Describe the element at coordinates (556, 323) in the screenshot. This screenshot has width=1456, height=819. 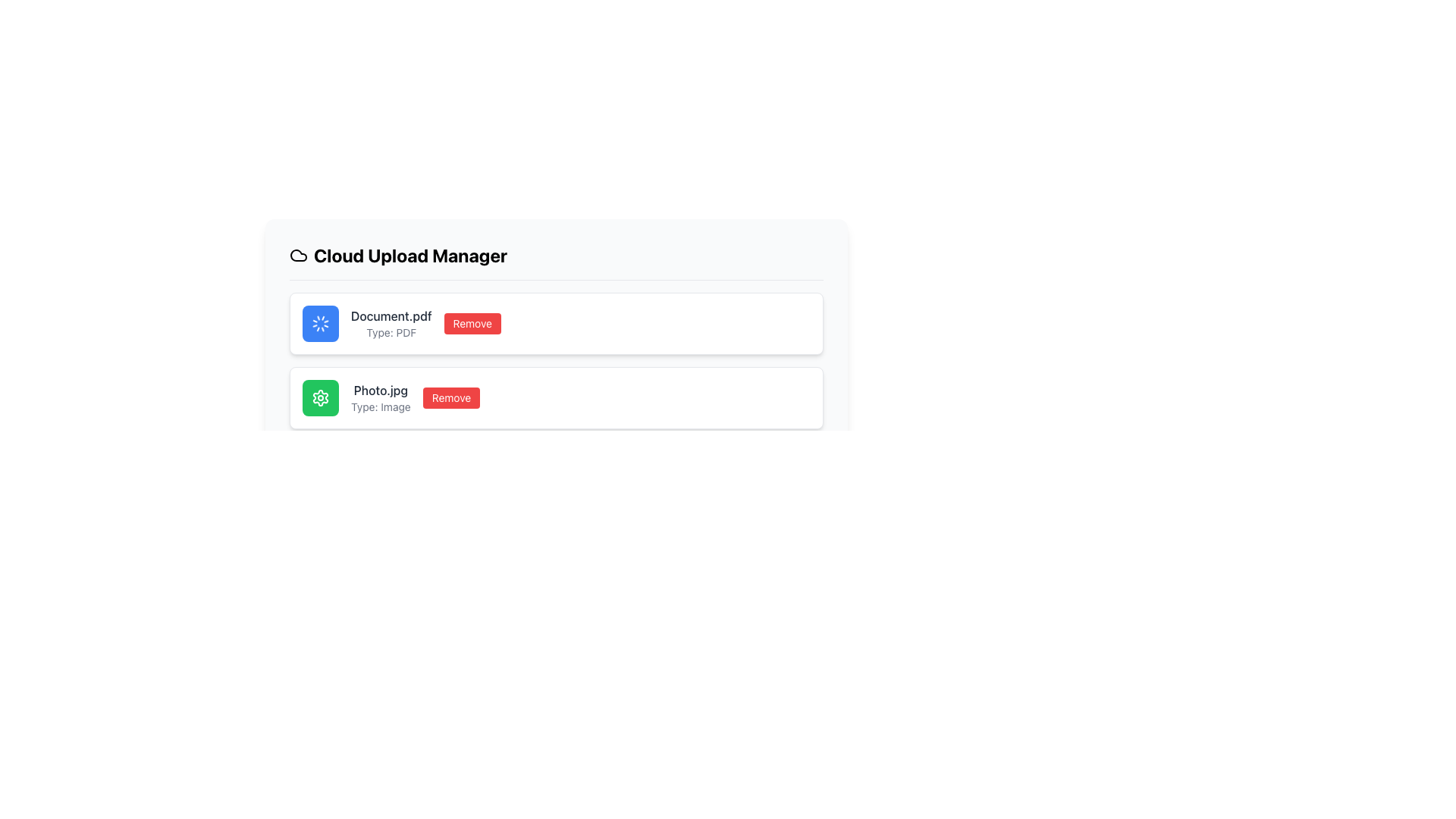
I see `file details from the first File Entry Display with Action Control, which shows 'Document.pdf' and 'Type: PDF'` at that location.